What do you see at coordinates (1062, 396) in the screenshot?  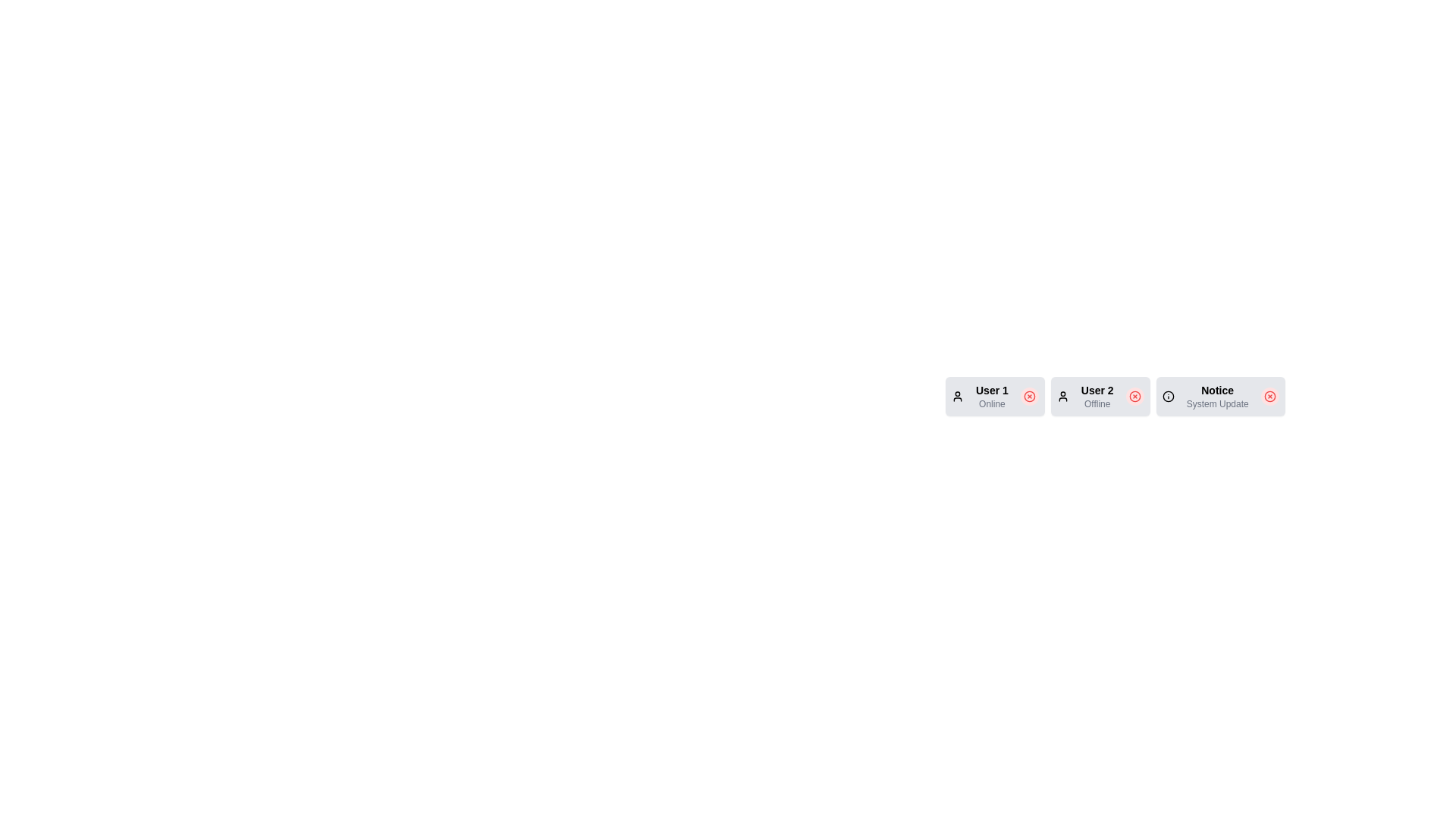 I see `the icon associated with the chip labeled User 2` at bounding box center [1062, 396].